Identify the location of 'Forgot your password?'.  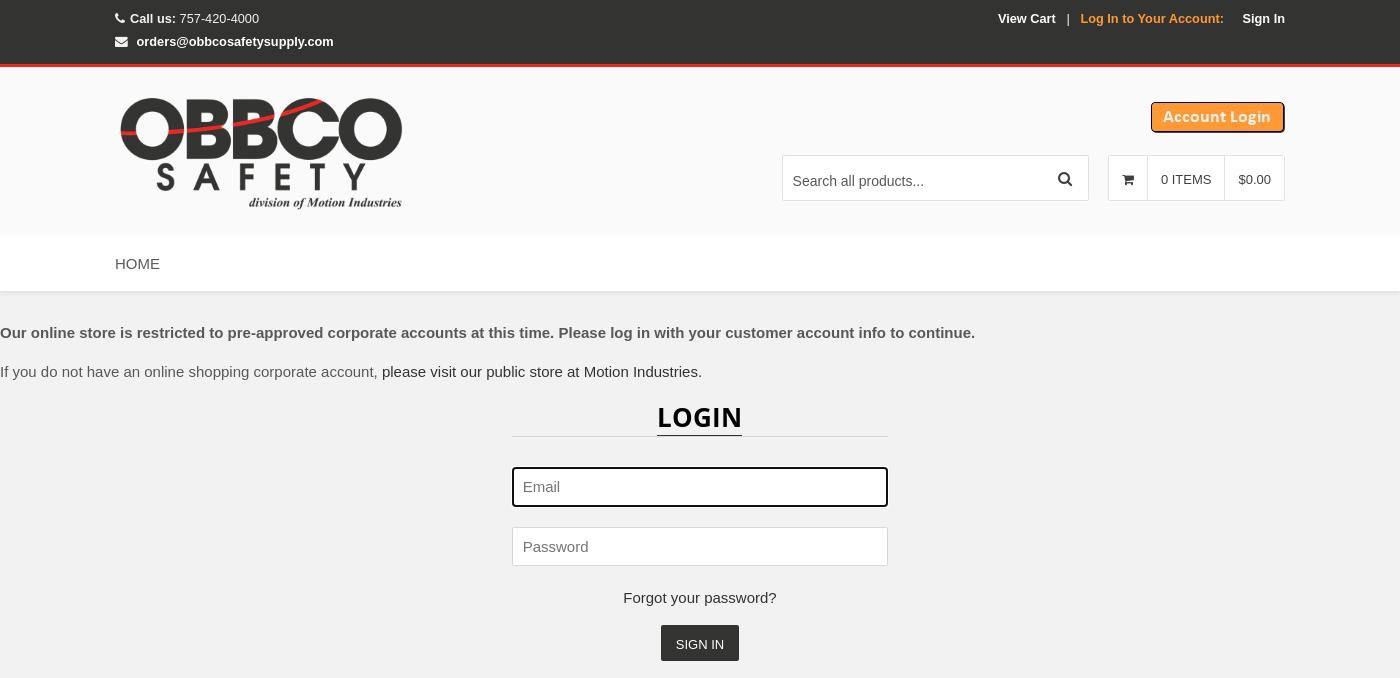
(623, 595).